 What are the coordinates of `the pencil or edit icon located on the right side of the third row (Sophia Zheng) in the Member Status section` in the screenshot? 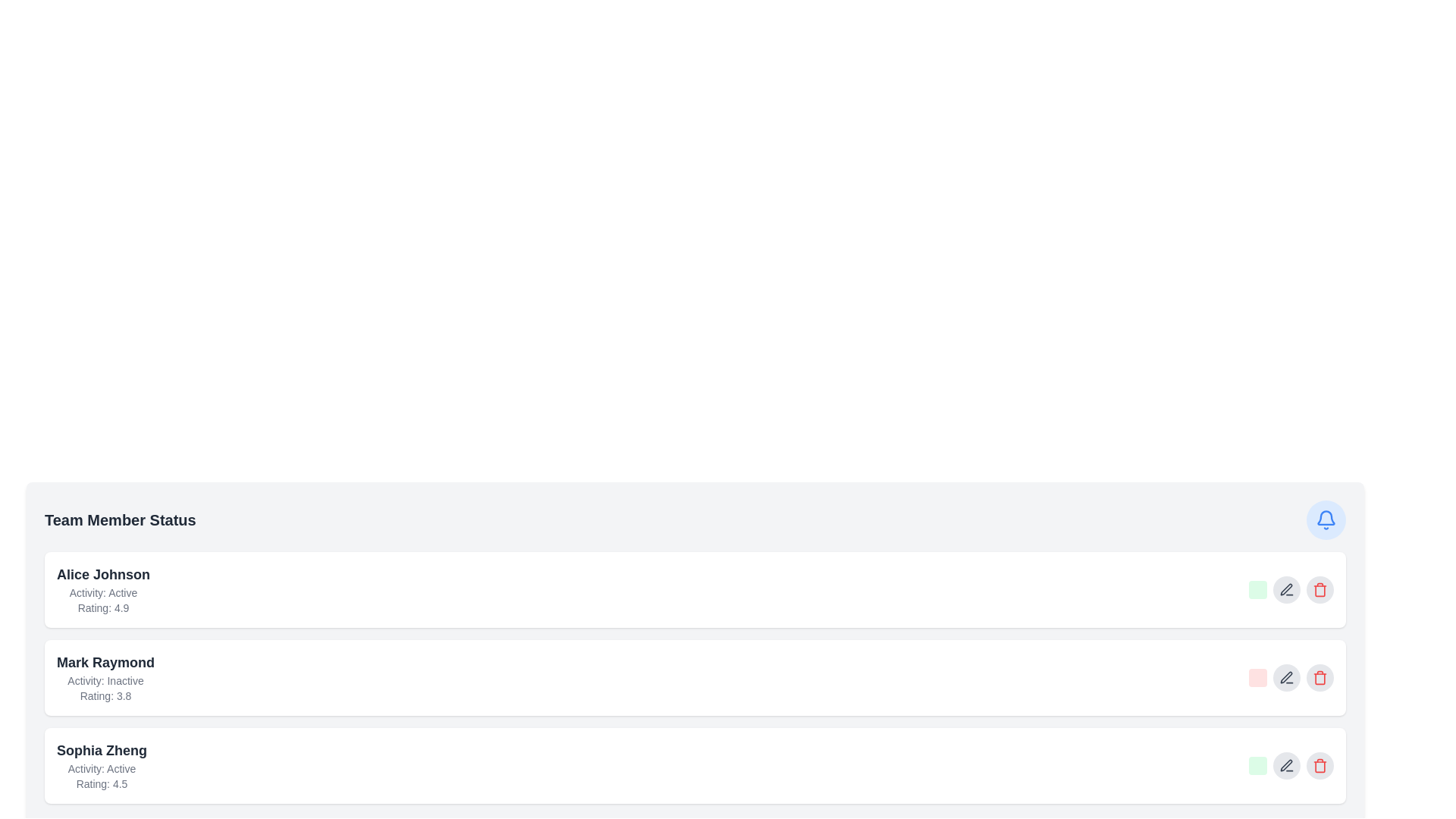 It's located at (1285, 765).